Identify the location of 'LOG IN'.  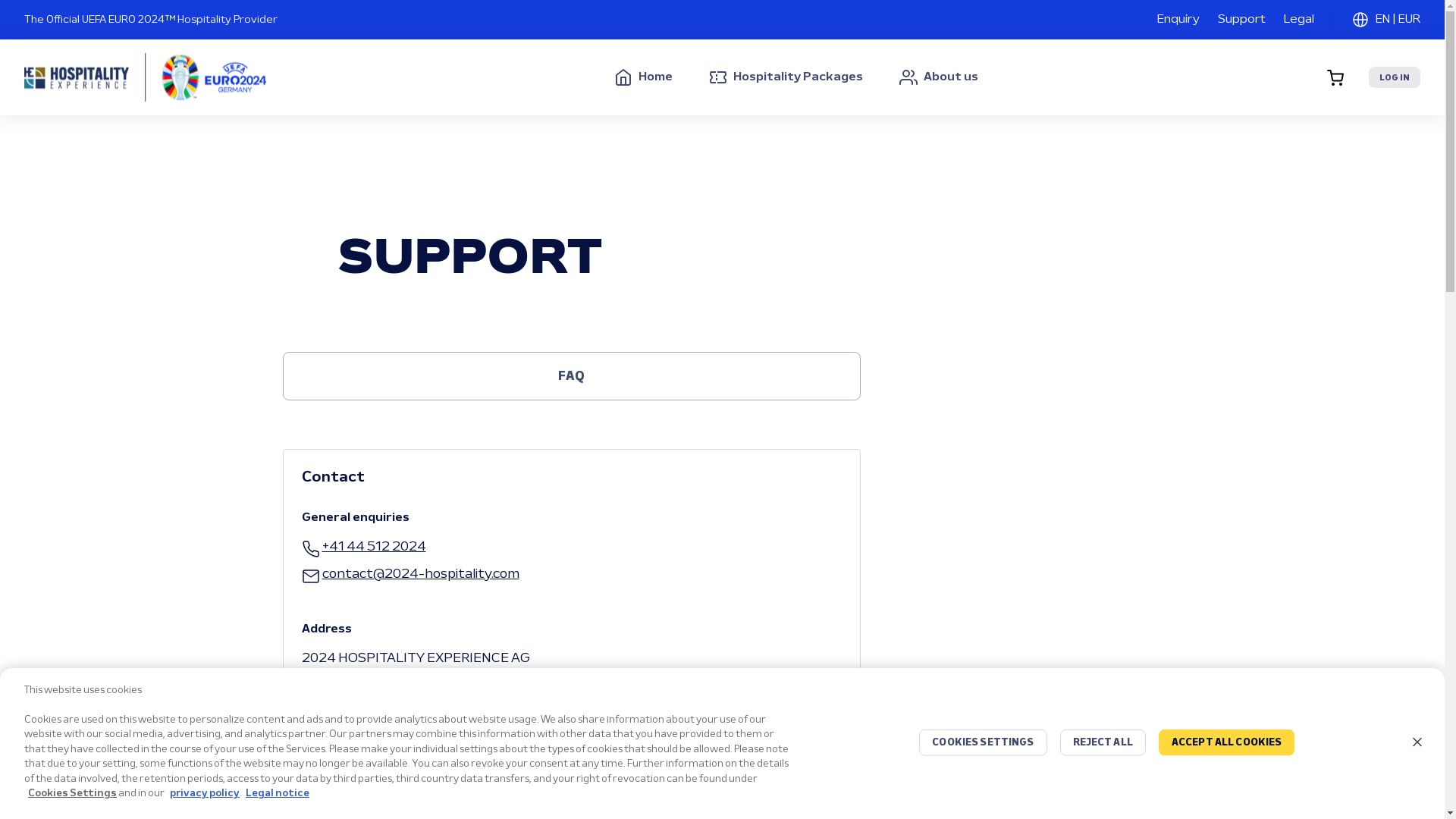
(1394, 77).